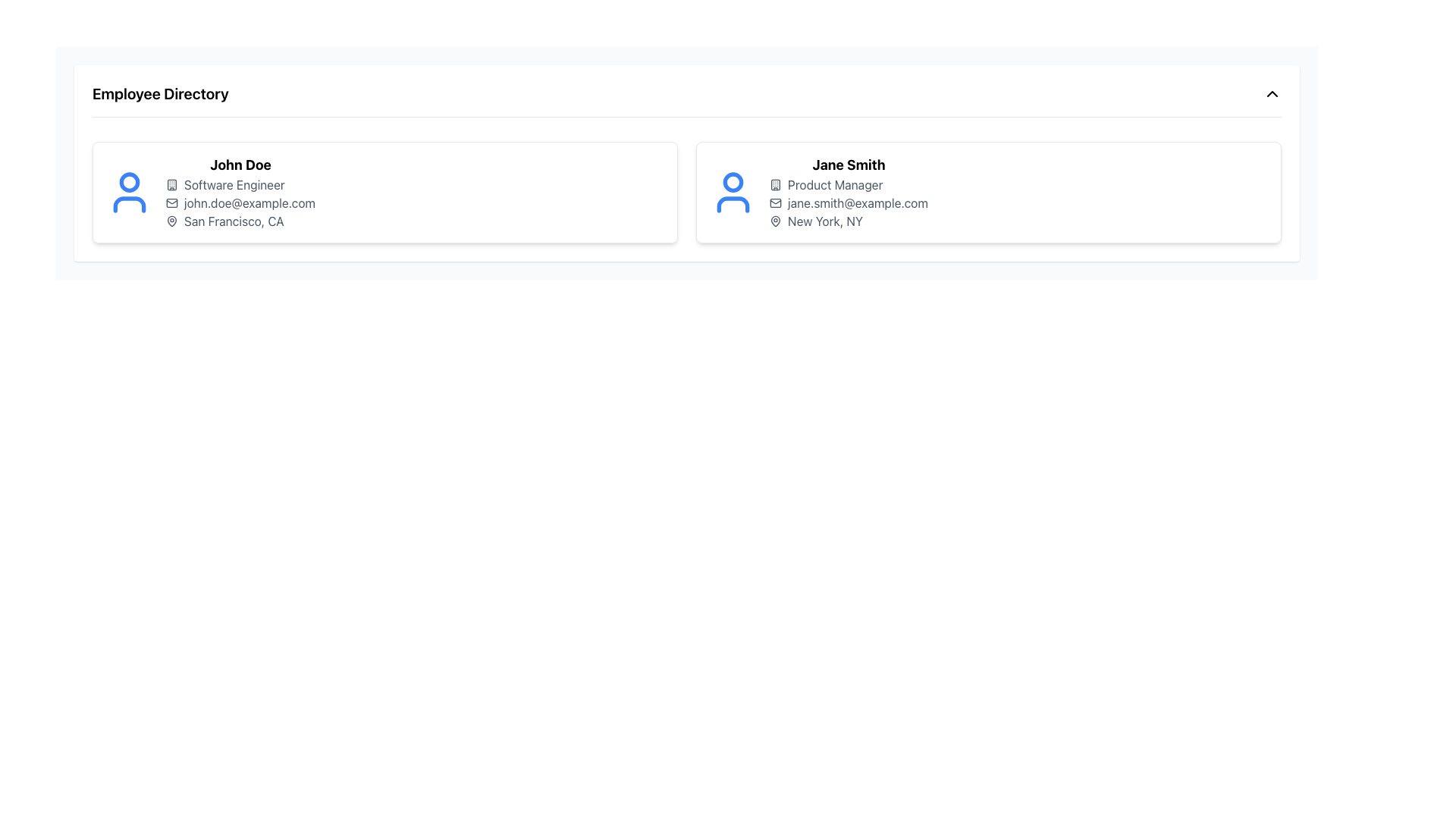  I want to click on the text label styled in muted gray reading 'Software Engineer' with an icon resembling a building, located in the employee details card below 'John Doe', so click(240, 184).